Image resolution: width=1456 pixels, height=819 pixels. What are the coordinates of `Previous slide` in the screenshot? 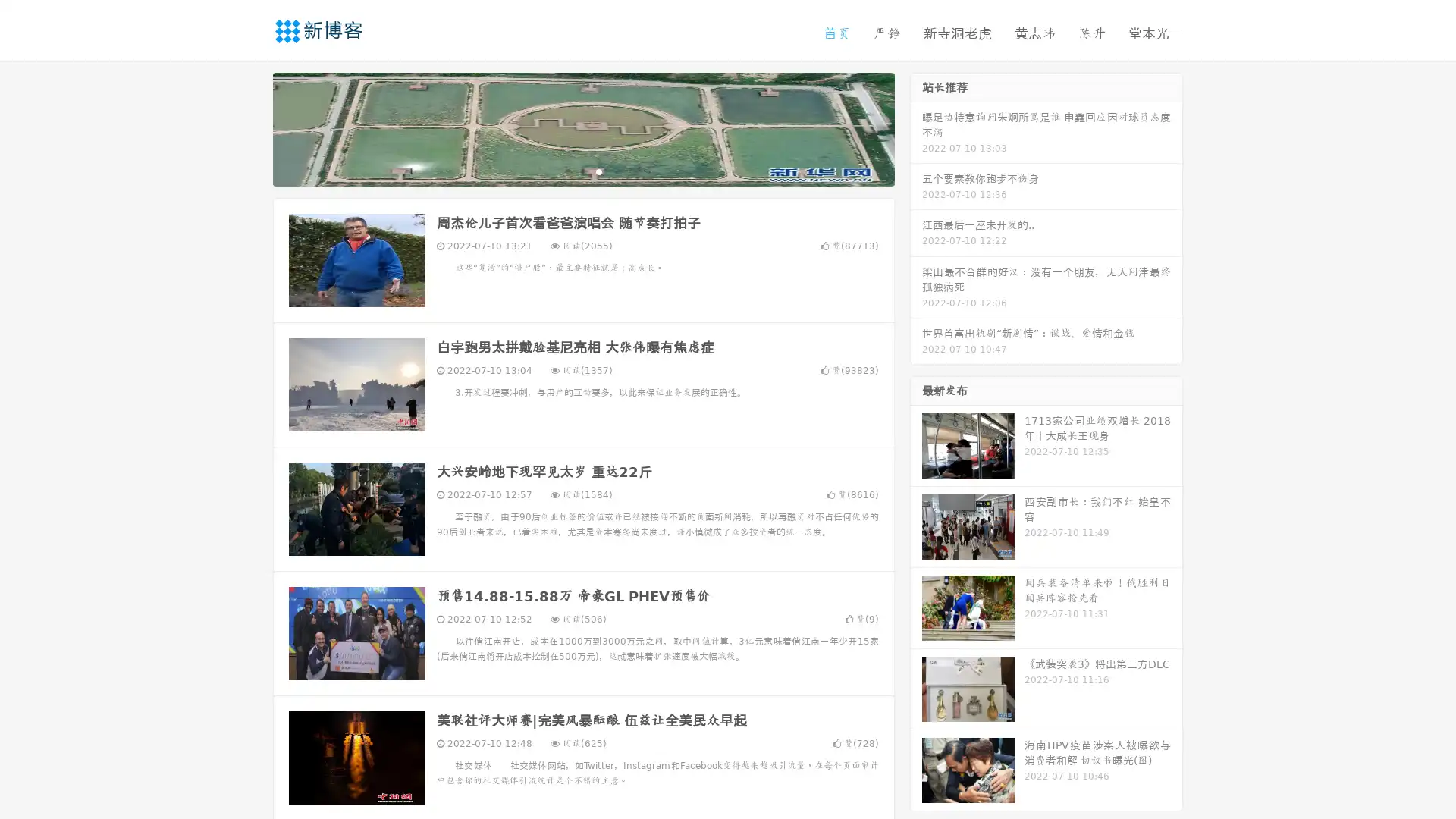 It's located at (250, 127).